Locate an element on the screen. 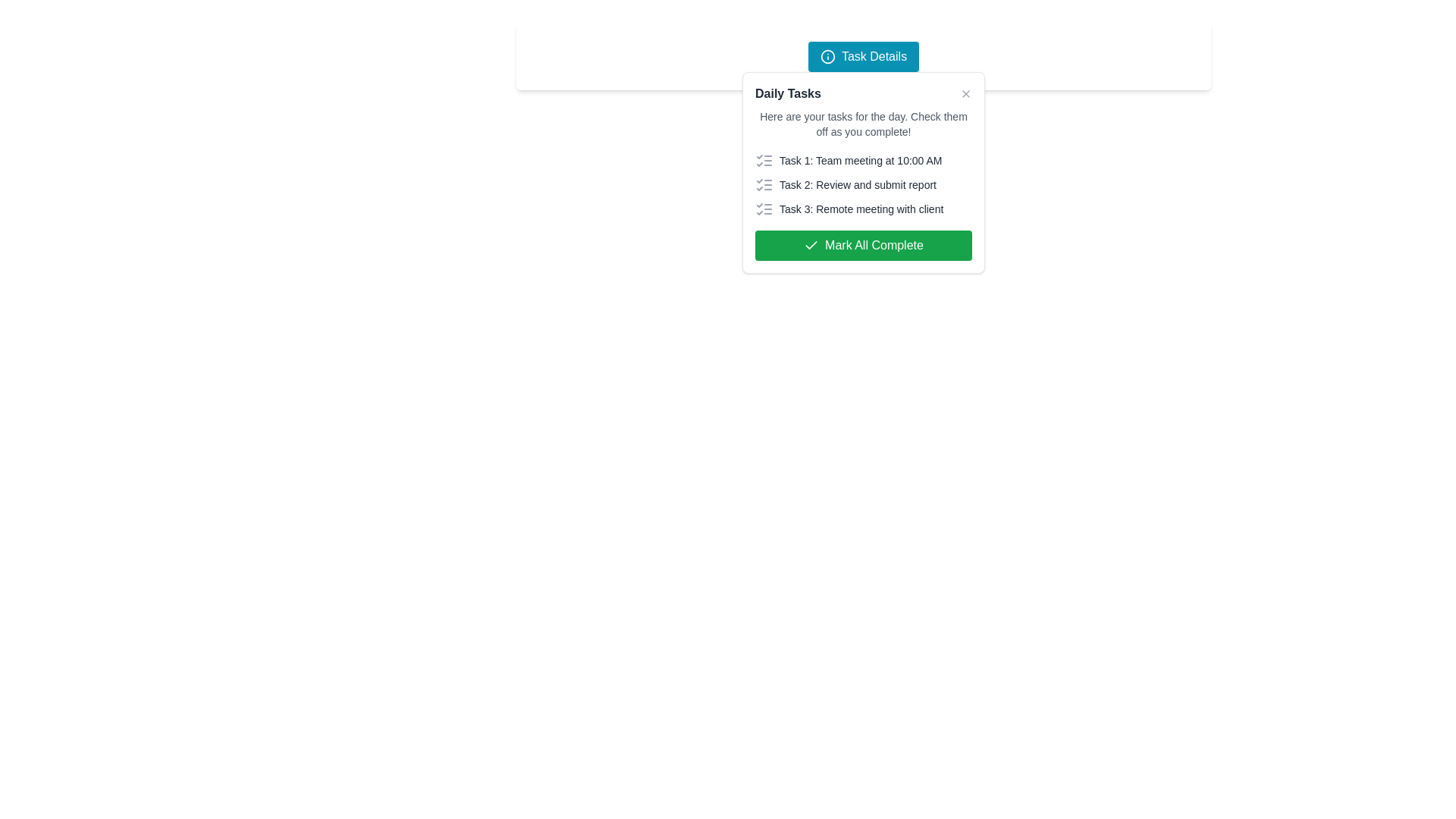 This screenshot has height=819, width=1456. the checkmark icon within the SVG element that indicates task completion, located in the task list interface is located at coordinates (811, 244).